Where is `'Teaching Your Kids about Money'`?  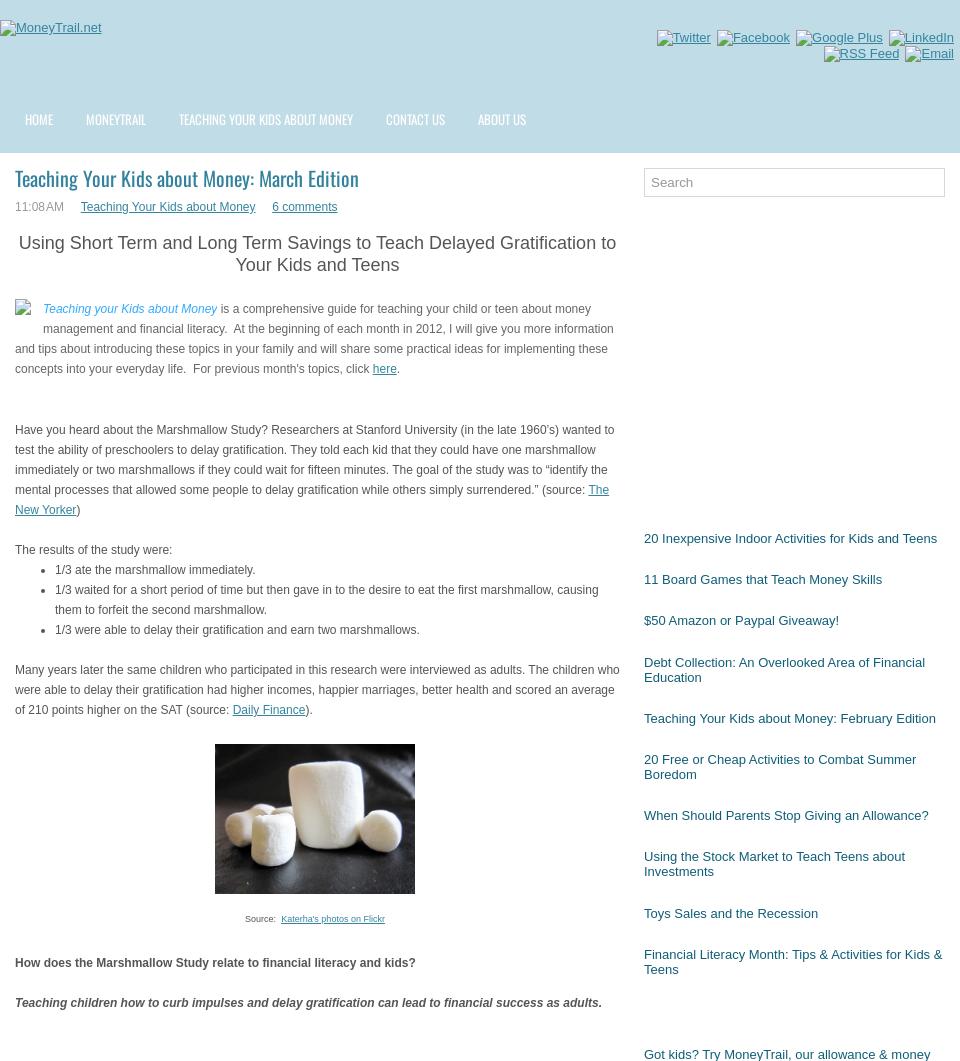 'Teaching Your Kids about Money' is located at coordinates (166, 206).